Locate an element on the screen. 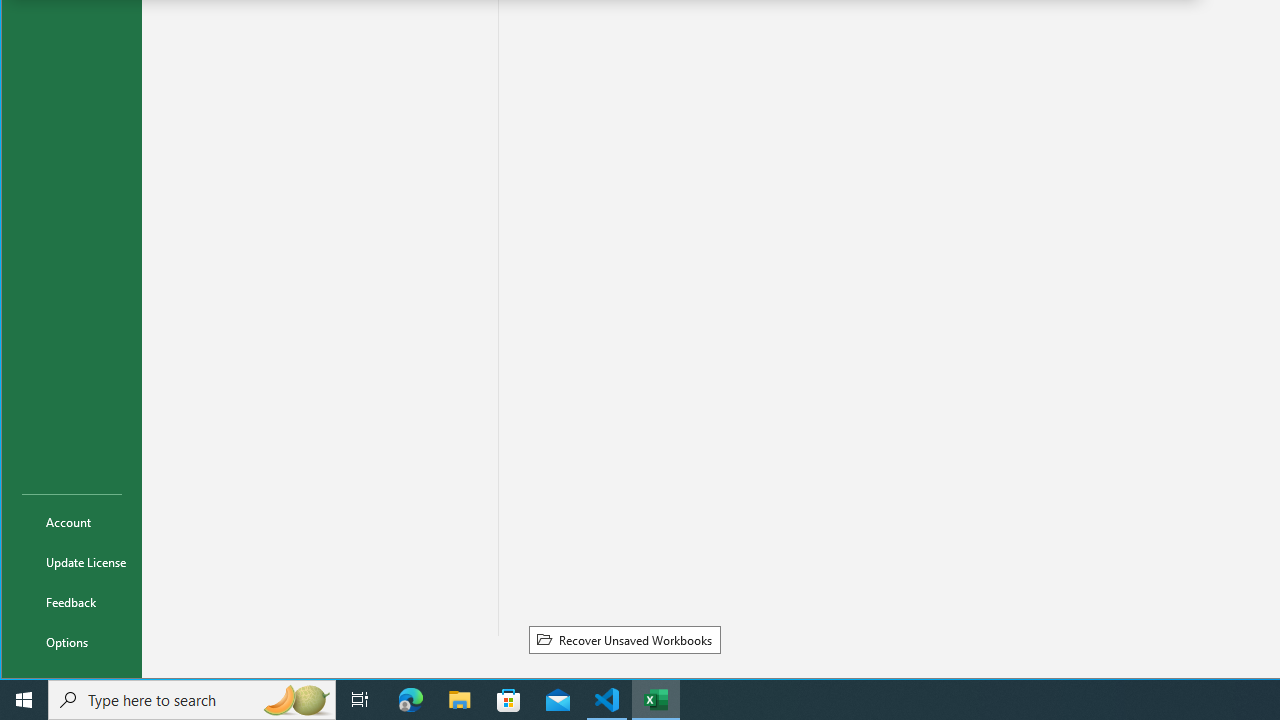 This screenshot has width=1280, height=720. 'Excel - 1 running window' is located at coordinates (656, 698).